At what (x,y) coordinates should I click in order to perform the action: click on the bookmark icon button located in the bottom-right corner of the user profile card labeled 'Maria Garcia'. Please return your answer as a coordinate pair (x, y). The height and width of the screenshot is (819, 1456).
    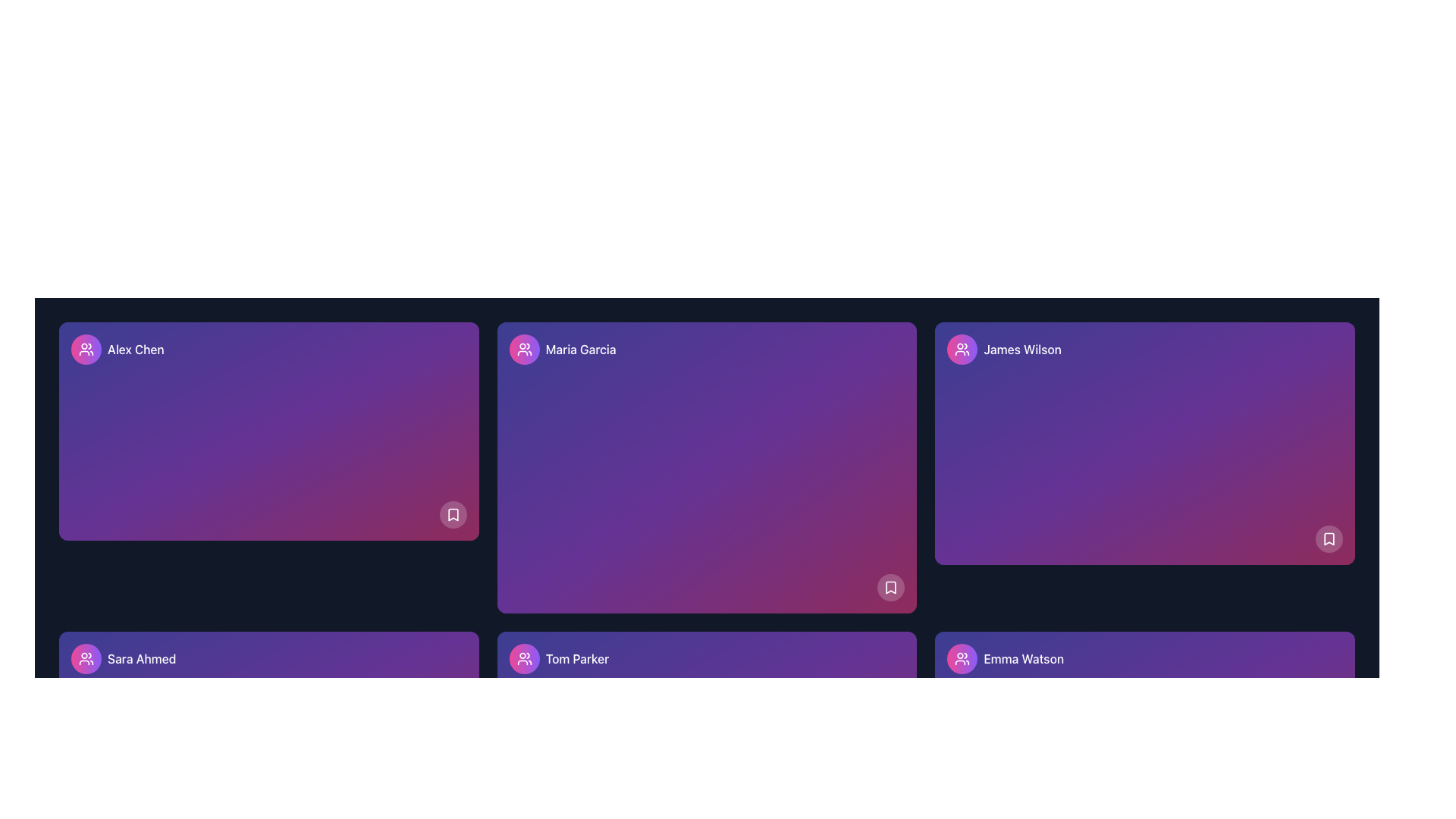
    Looking at the image, I should click on (891, 587).